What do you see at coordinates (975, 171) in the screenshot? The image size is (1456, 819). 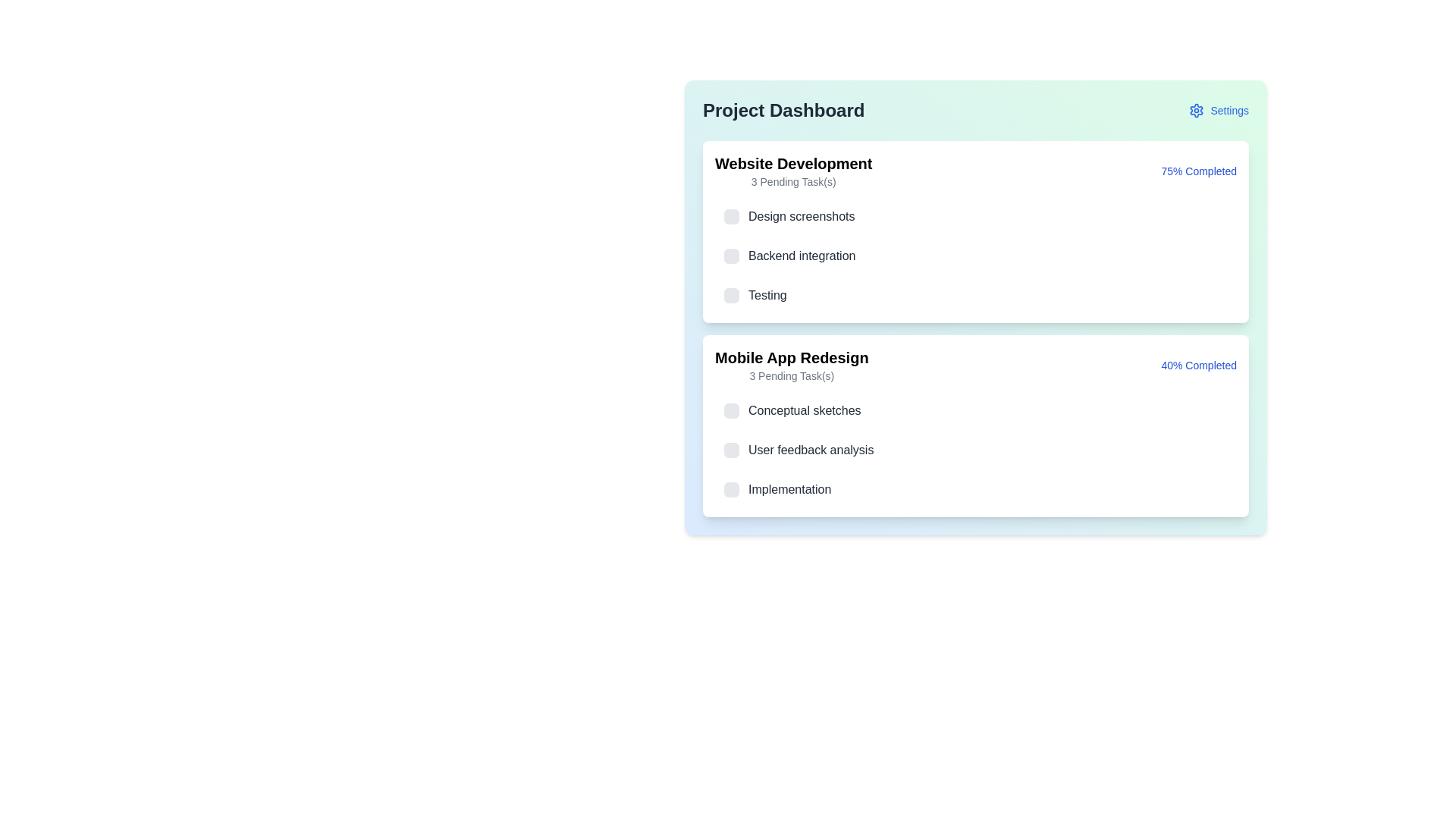 I see `the Informative status panel titled 'Website Development'` at bounding box center [975, 171].